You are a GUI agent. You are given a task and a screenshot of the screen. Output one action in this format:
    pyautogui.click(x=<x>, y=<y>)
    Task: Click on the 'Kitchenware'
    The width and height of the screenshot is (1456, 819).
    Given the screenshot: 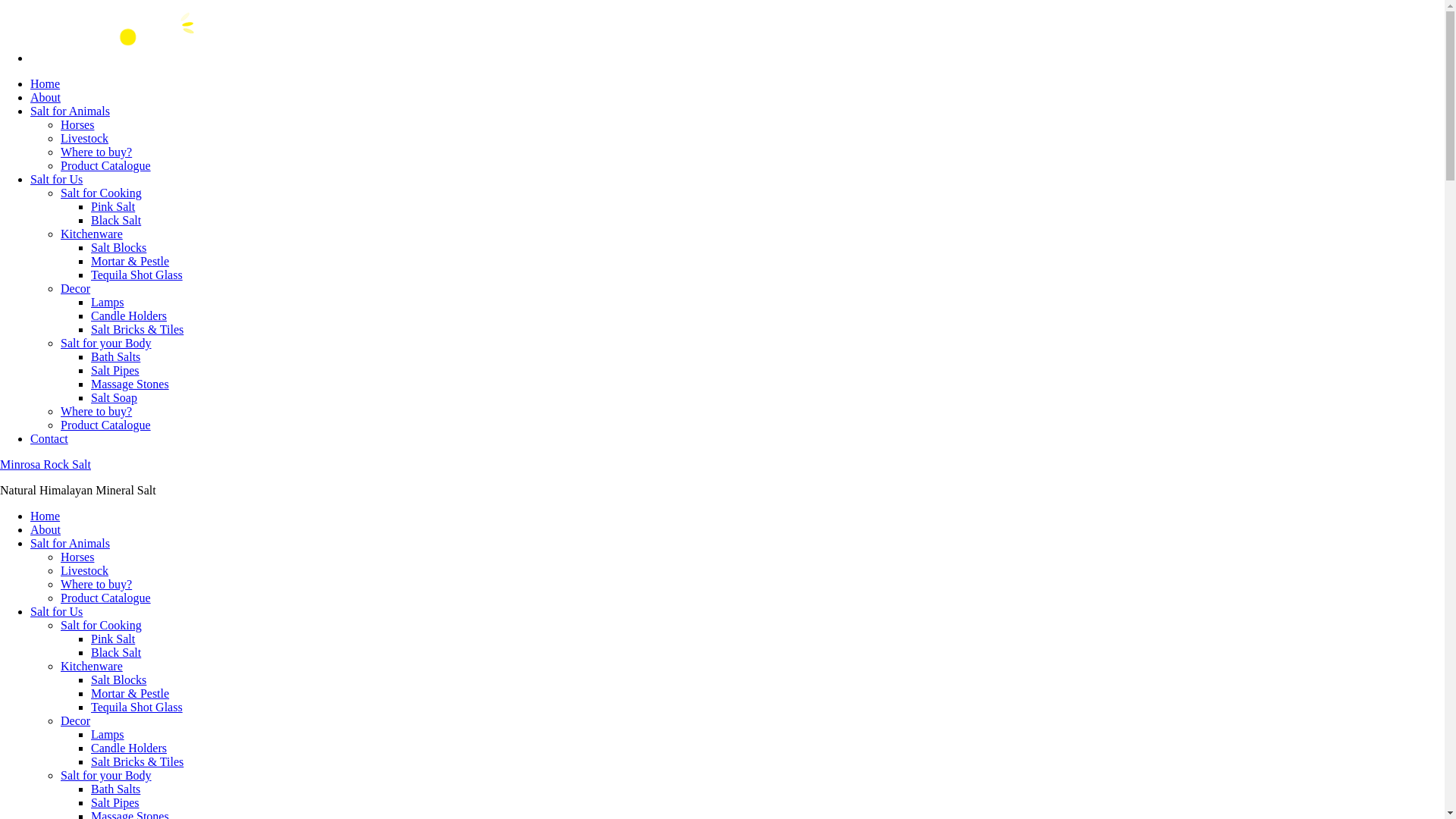 What is the action you would take?
    pyautogui.click(x=90, y=234)
    